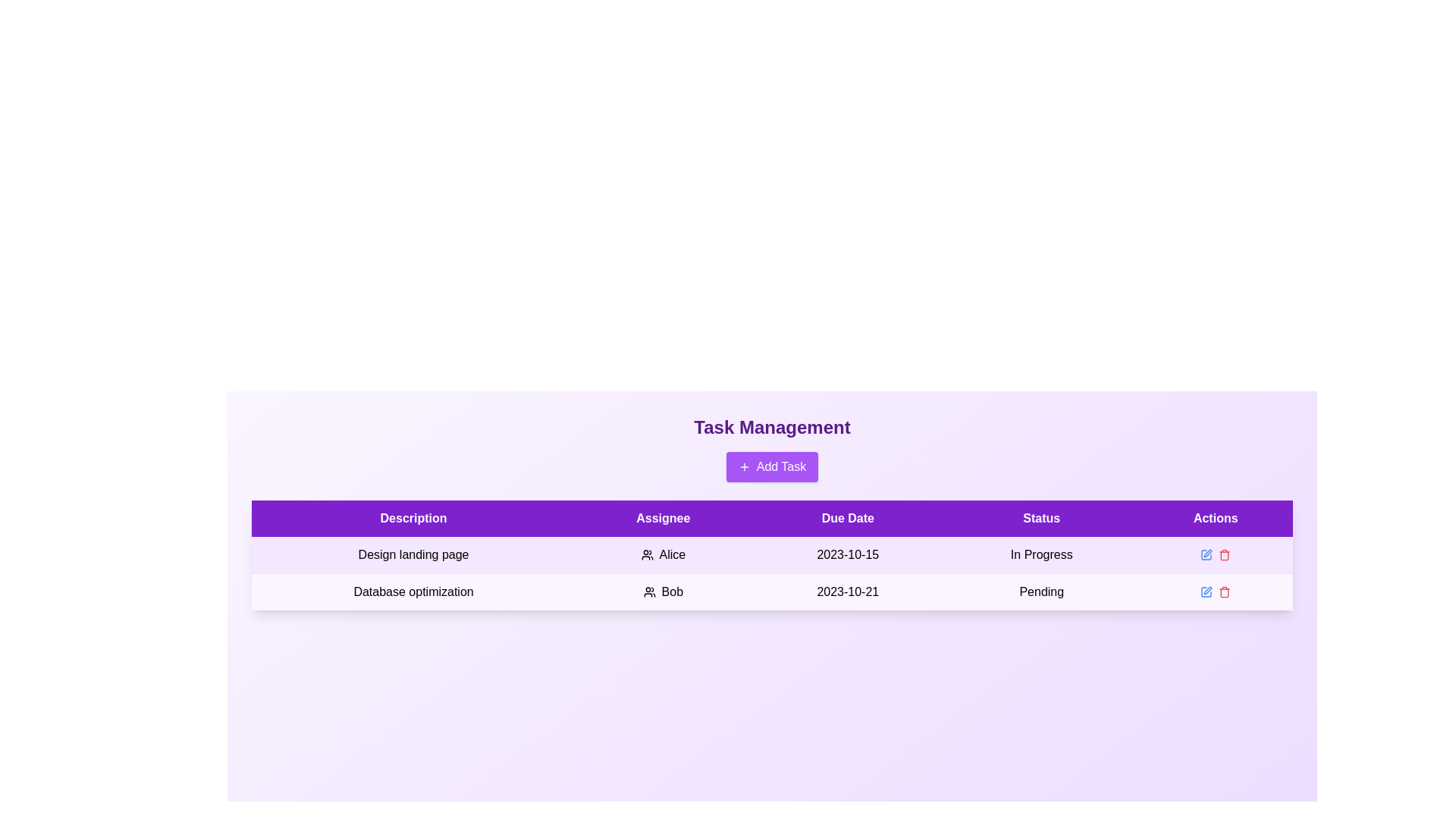 The image size is (1456, 819). What do you see at coordinates (772, 555) in the screenshot?
I see `the first row` at bounding box center [772, 555].